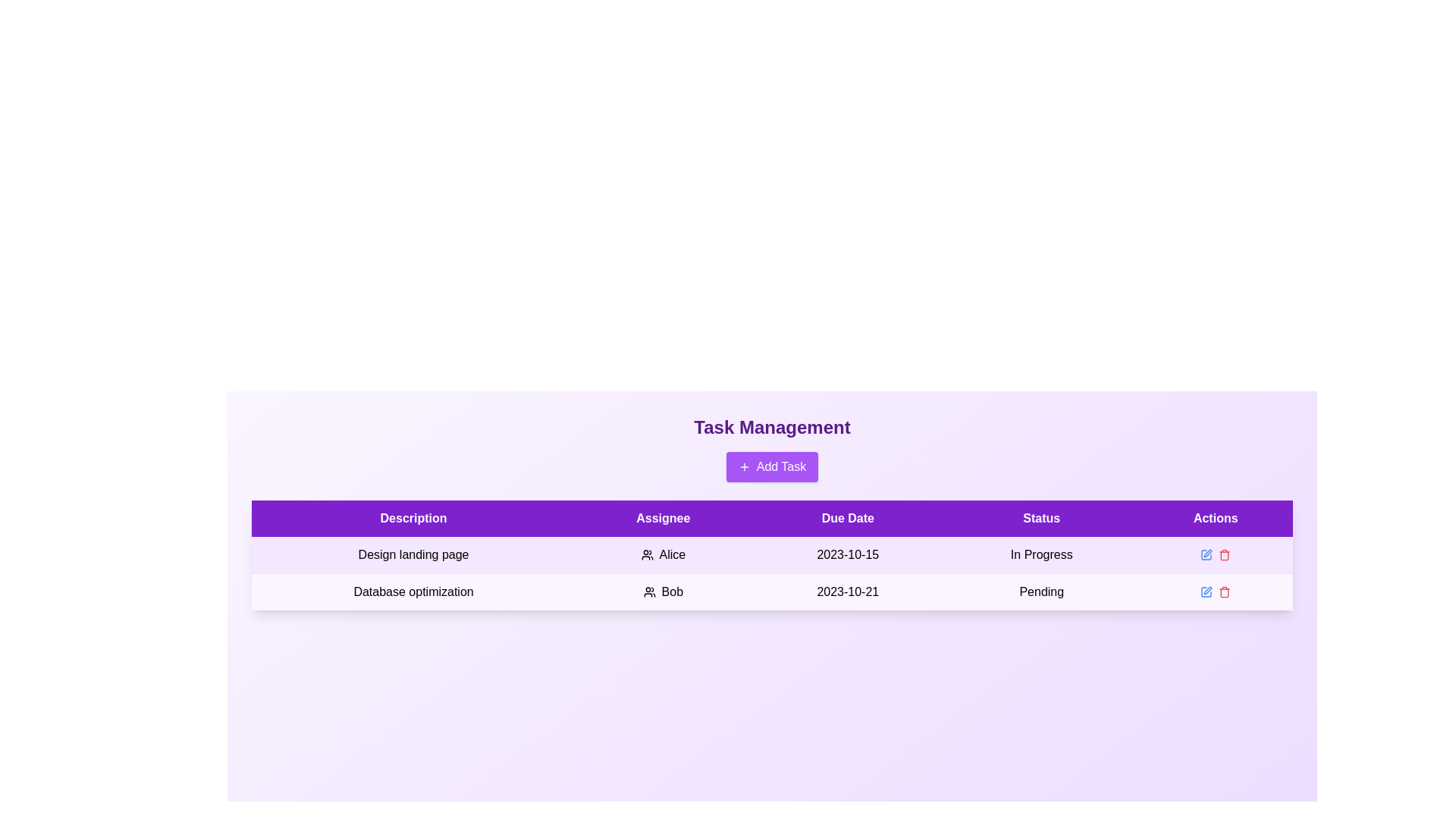 The image size is (1456, 819). What do you see at coordinates (772, 555) in the screenshot?
I see `the first row` at bounding box center [772, 555].